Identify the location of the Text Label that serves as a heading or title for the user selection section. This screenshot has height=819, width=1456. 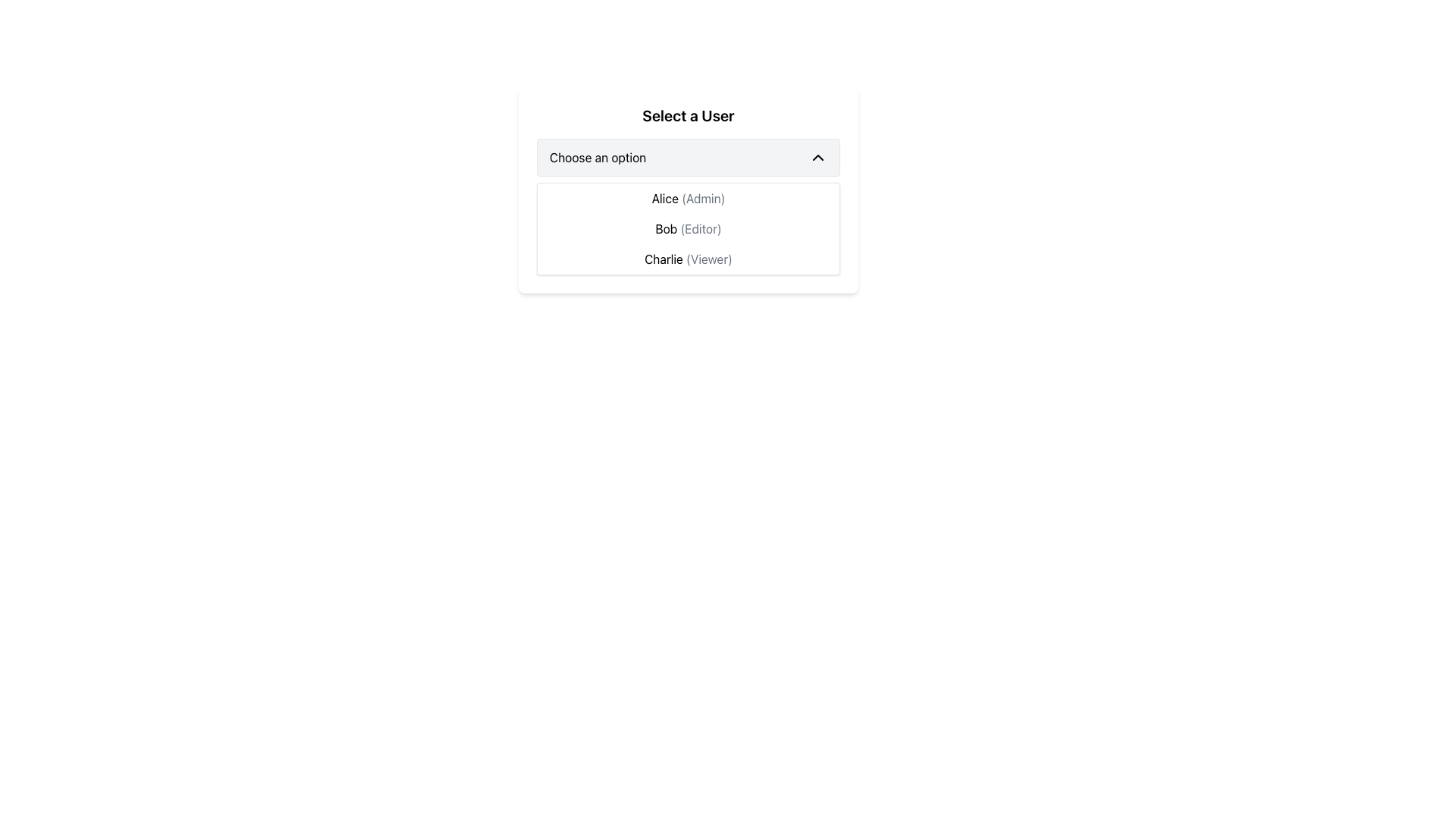
(687, 115).